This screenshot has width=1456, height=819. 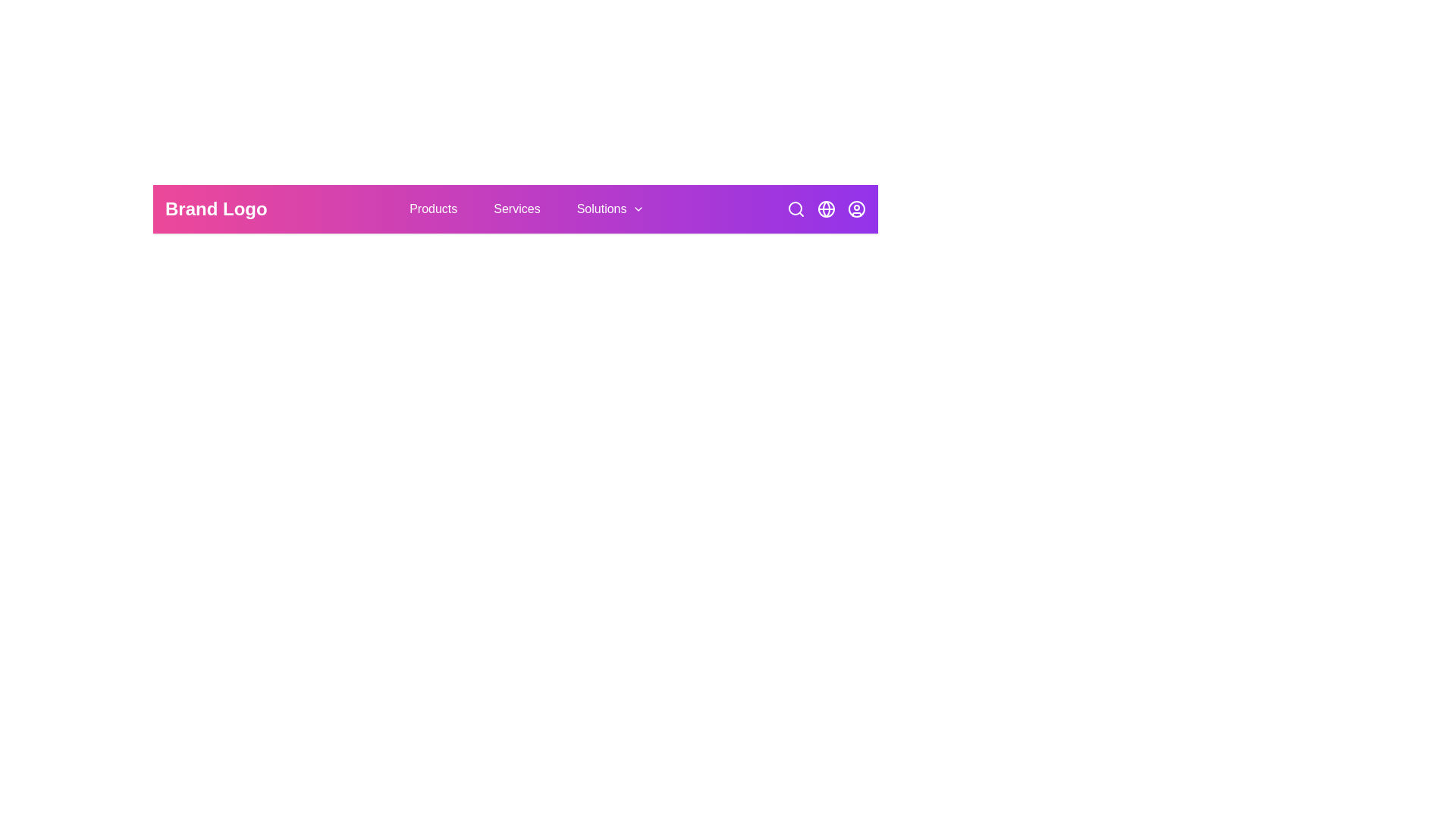 I want to click on the navigation button labeled Products, so click(x=432, y=209).